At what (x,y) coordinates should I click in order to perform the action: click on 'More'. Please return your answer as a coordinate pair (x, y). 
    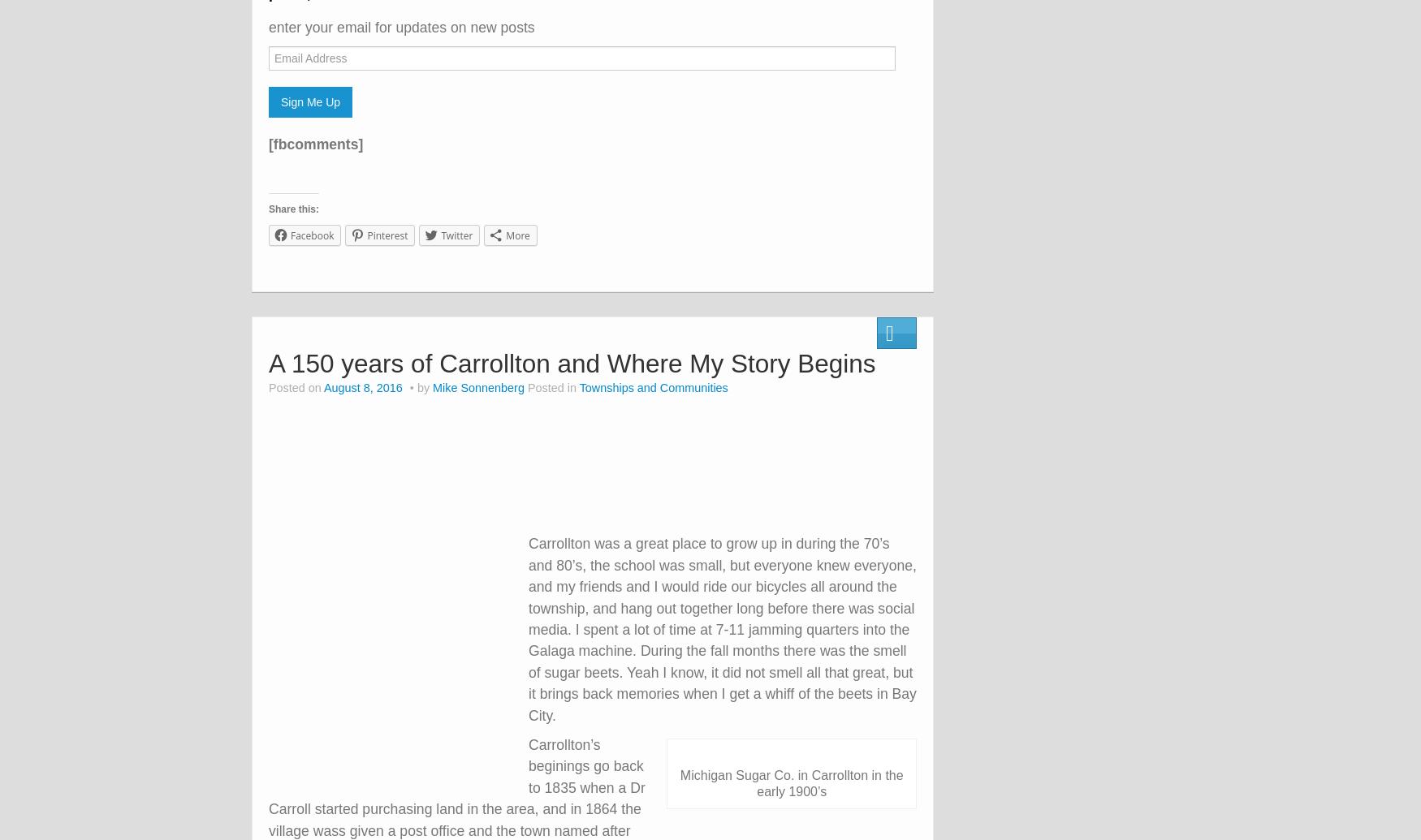
    Looking at the image, I should click on (516, 235).